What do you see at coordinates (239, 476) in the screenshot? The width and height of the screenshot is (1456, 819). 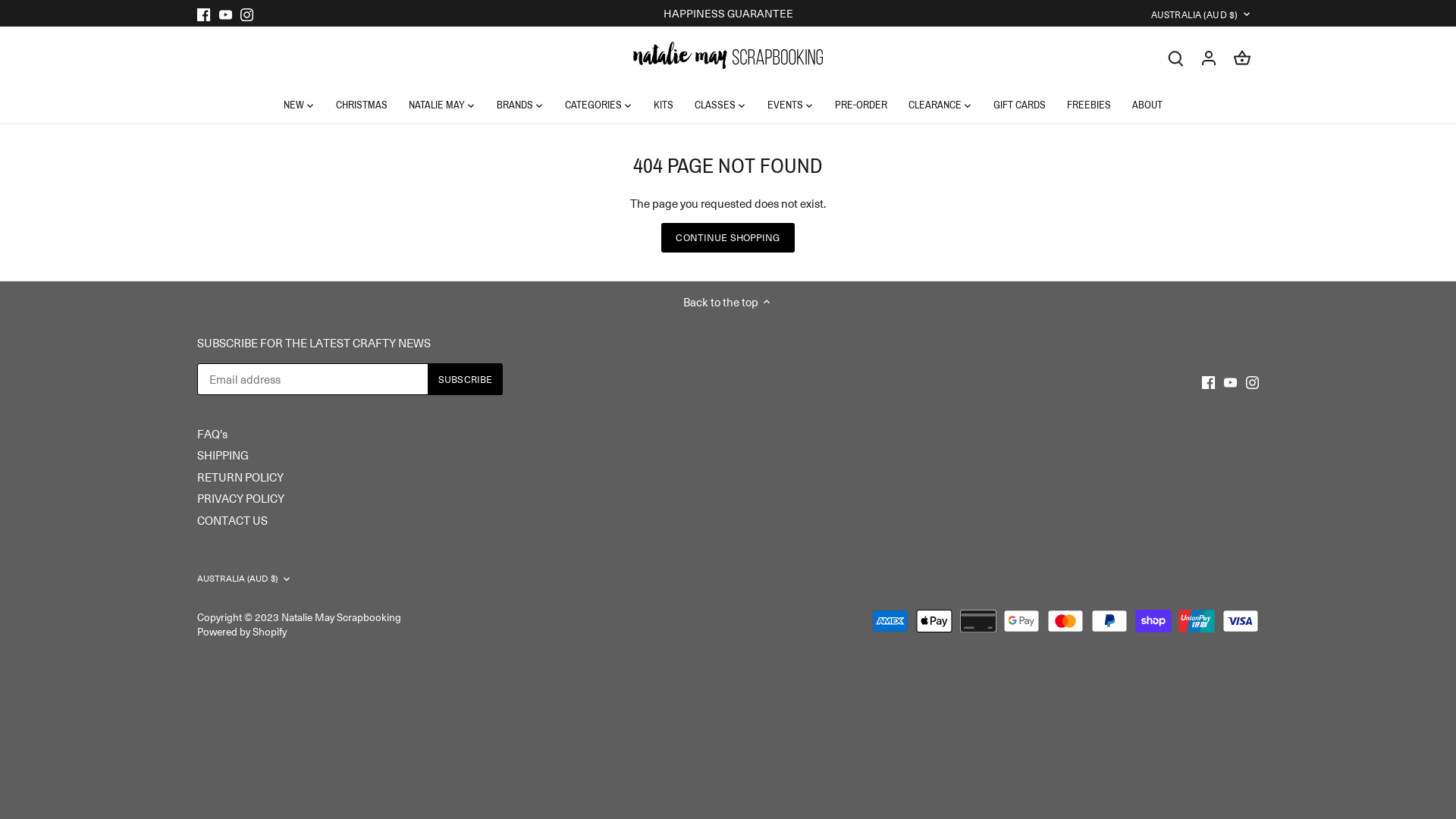 I see `'RETURN POLICY'` at bounding box center [239, 476].